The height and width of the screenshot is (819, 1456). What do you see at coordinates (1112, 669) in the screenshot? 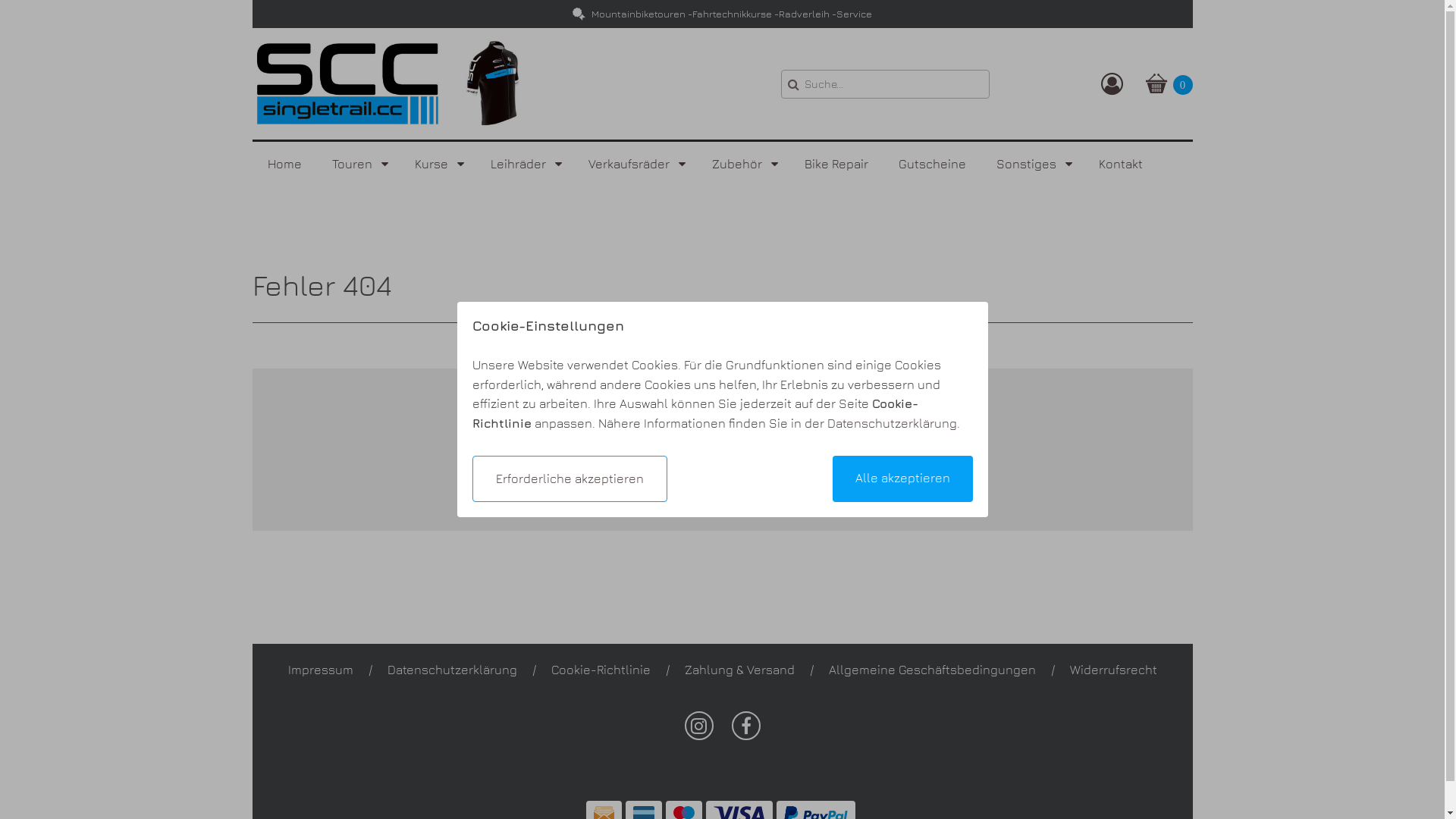
I see `'Widerrufsrecht'` at bounding box center [1112, 669].